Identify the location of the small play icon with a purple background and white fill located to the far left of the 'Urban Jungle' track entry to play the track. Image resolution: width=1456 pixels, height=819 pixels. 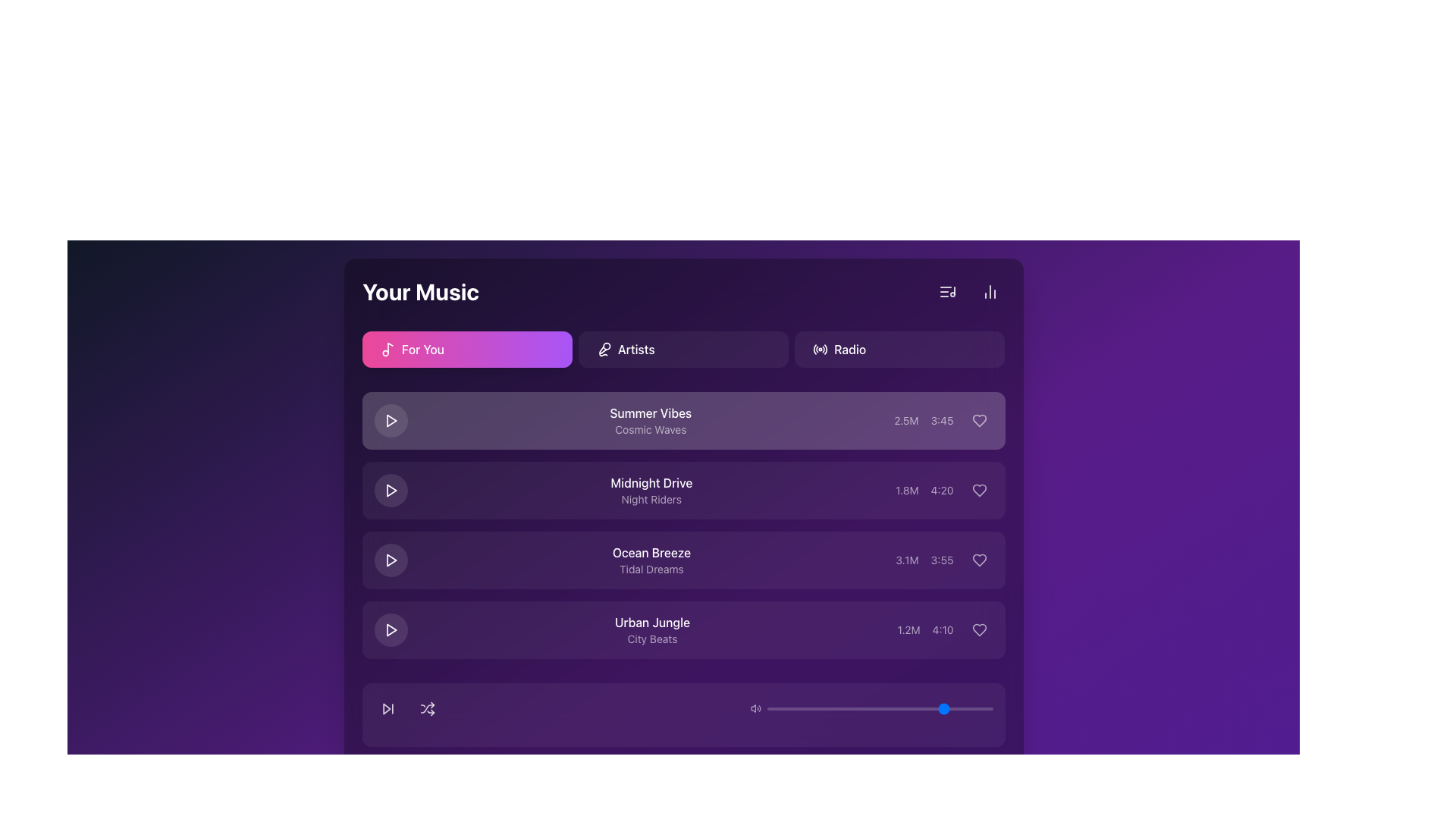
(391, 629).